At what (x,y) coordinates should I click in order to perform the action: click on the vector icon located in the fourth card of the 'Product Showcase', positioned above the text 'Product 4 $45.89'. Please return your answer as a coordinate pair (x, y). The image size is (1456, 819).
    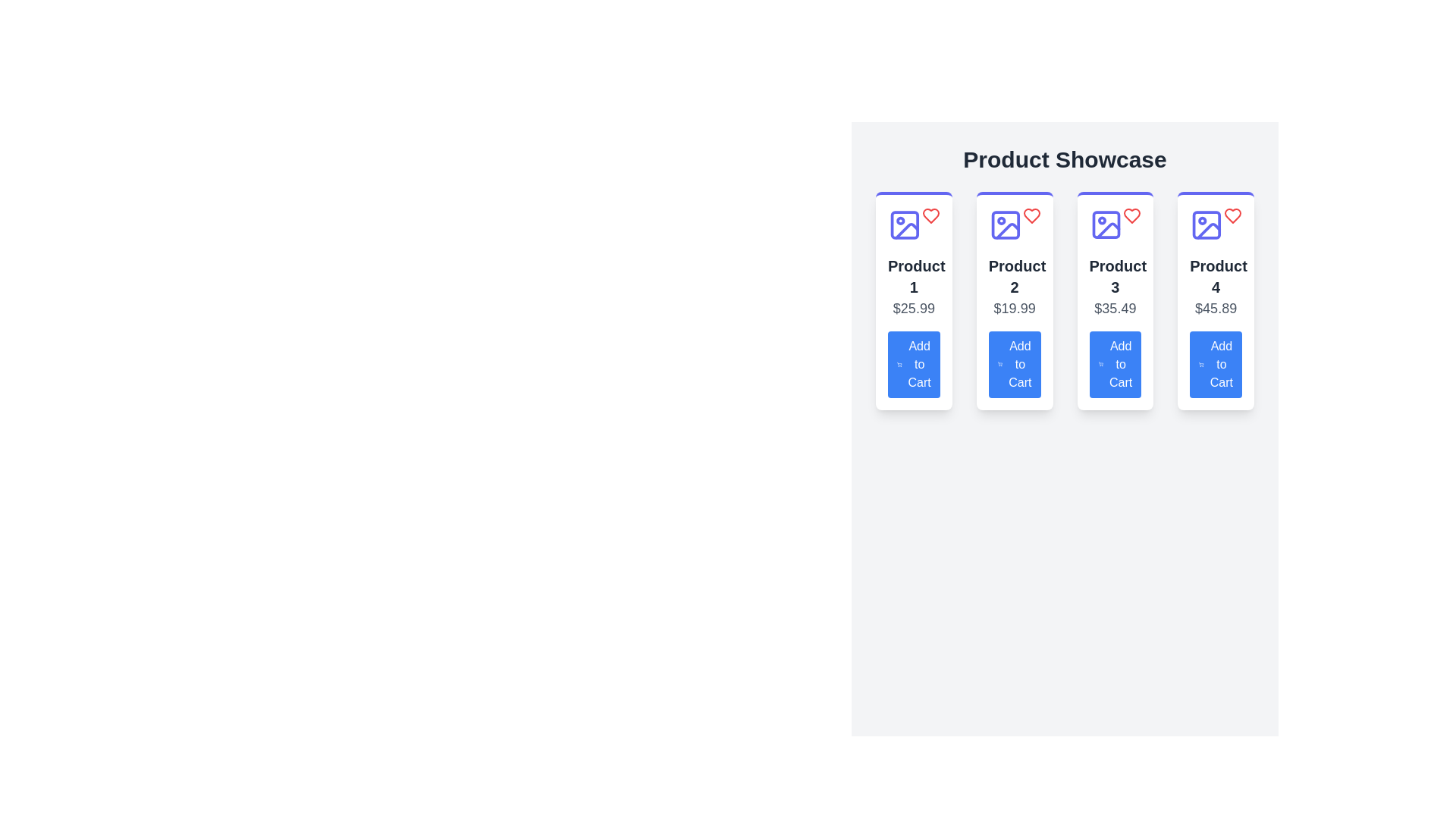
    Looking at the image, I should click on (1206, 225).